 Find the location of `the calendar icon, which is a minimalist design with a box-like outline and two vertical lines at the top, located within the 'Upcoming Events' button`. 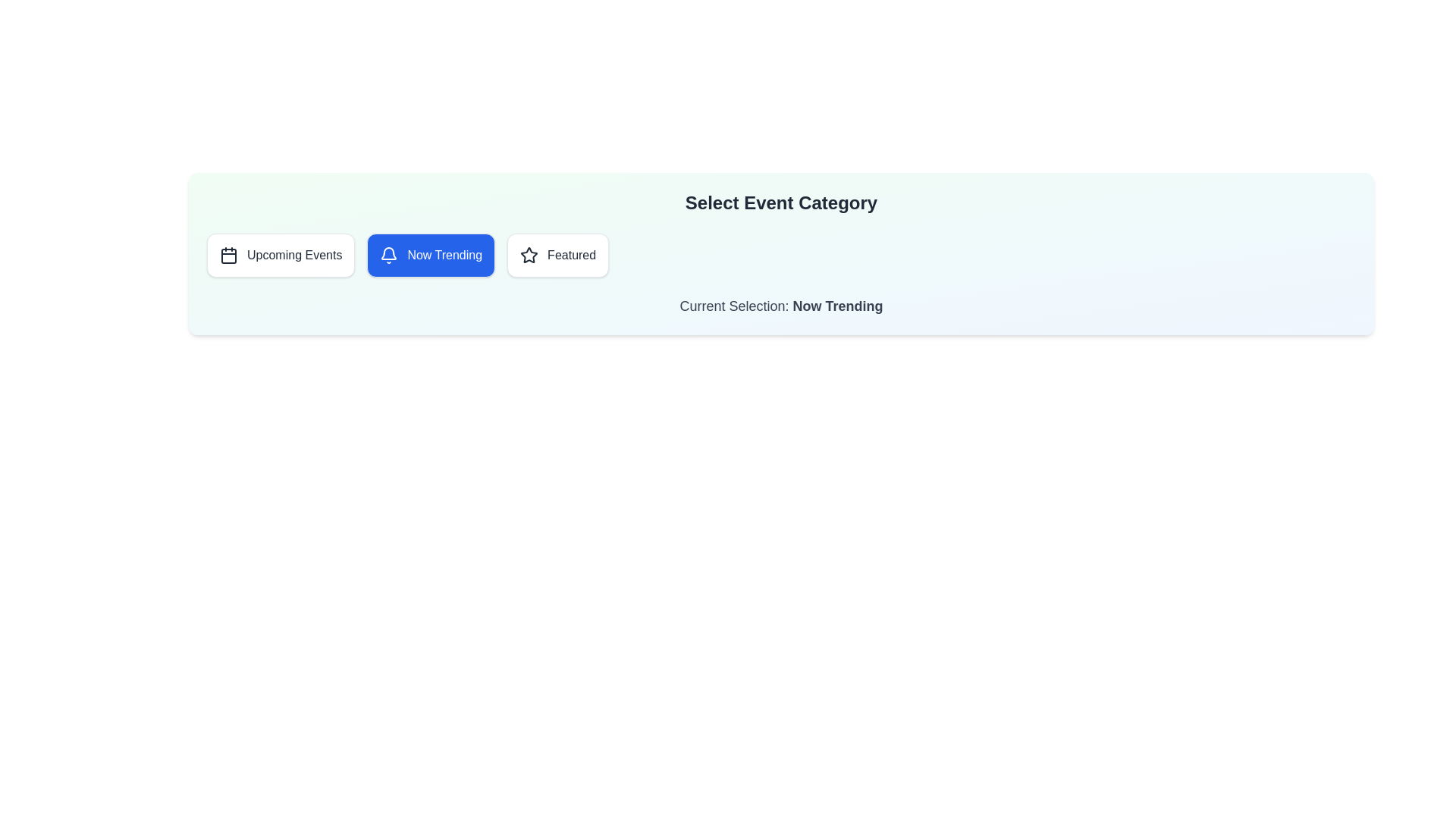

the calendar icon, which is a minimalist design with a box-like outline and two vertical lines at the top, located within the 'Upcoming Events' button is located at coordinates (228, 254).